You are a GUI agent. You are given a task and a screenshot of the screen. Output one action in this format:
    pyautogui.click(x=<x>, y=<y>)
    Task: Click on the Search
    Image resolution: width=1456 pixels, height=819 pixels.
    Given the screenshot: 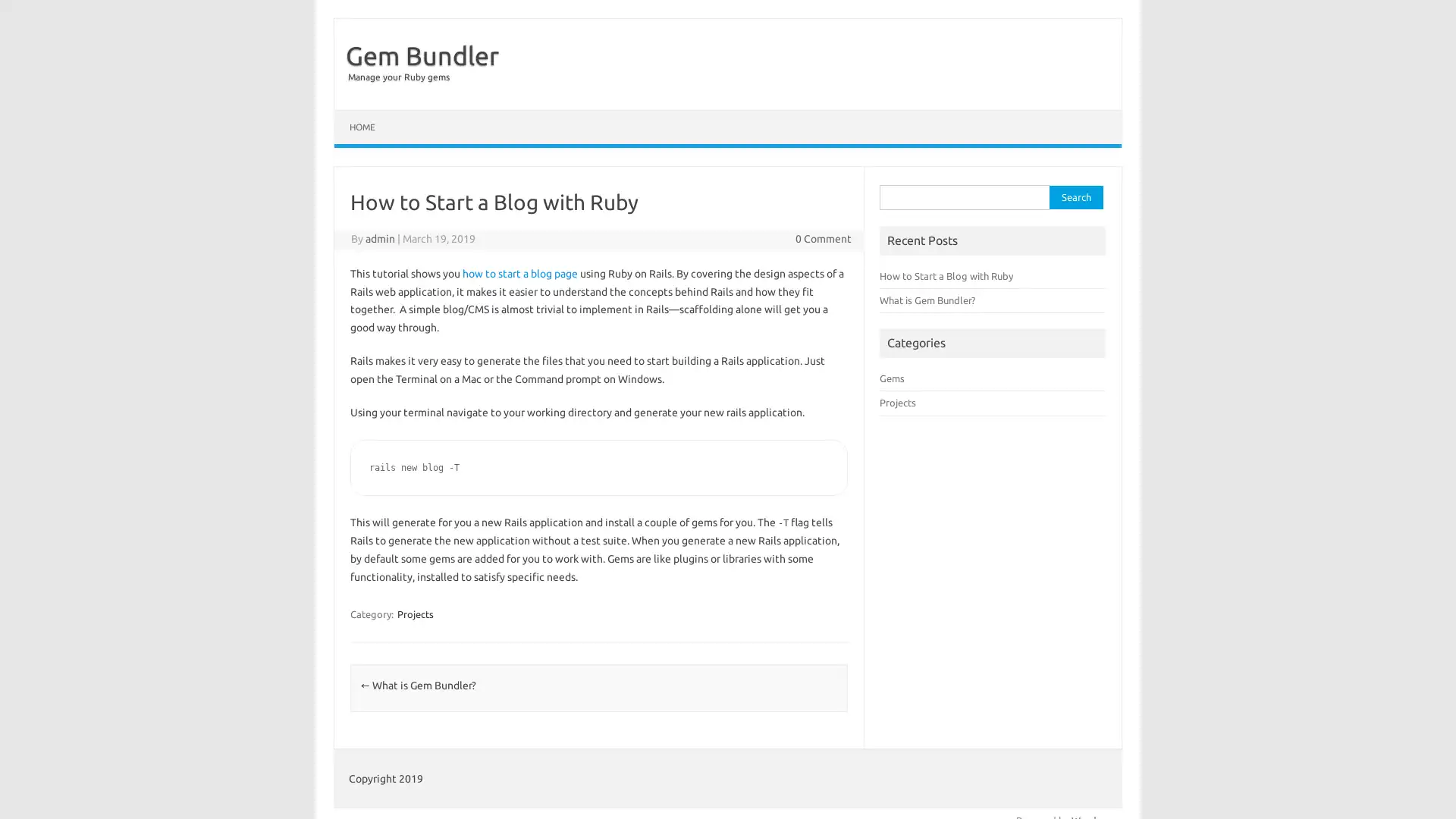 What is the action you would take?
    pyautogui.click(x=1075, y=196)
    